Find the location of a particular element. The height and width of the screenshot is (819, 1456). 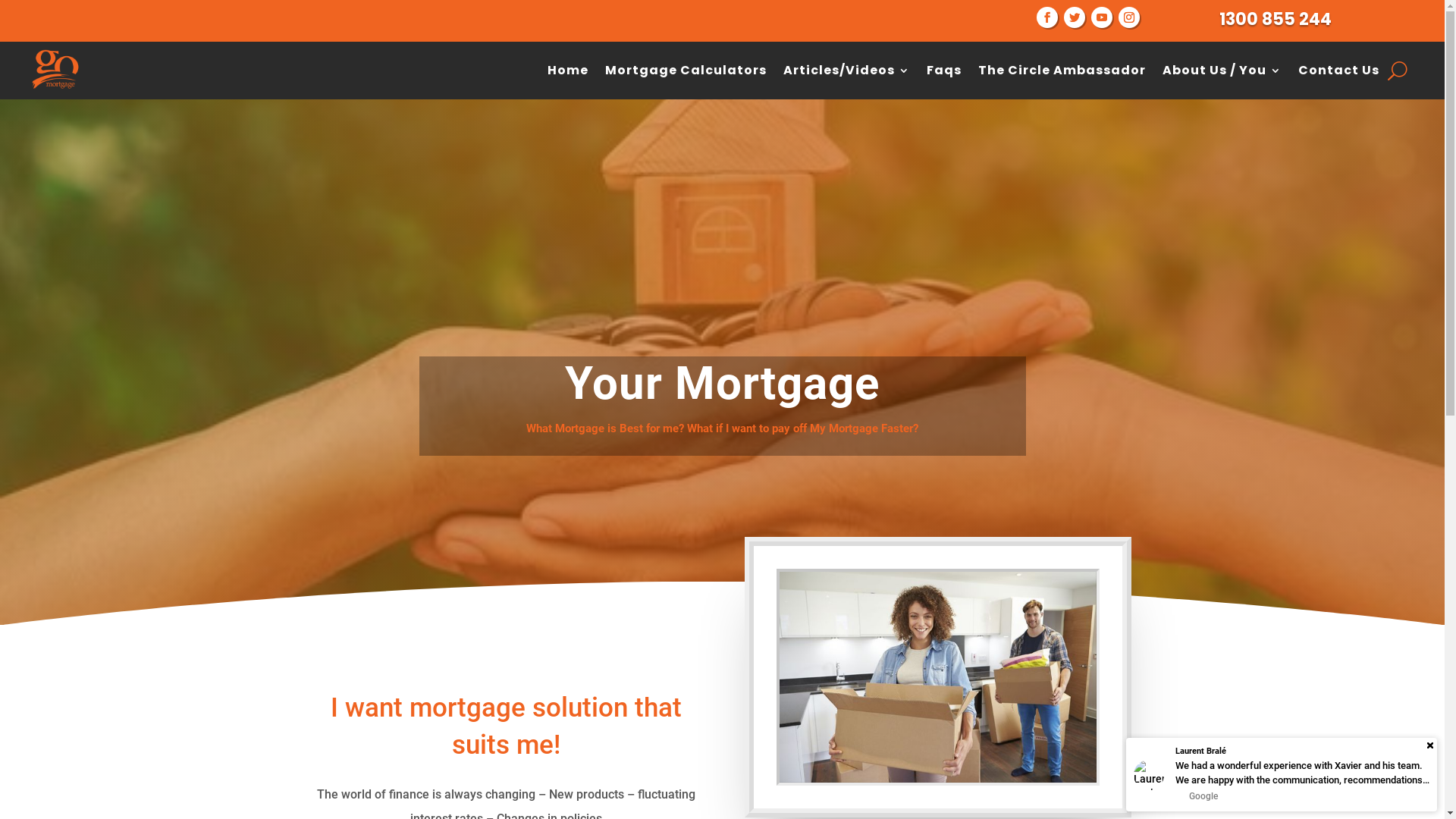

'Follow on Facebook' is located at coordinates (1036, 17).